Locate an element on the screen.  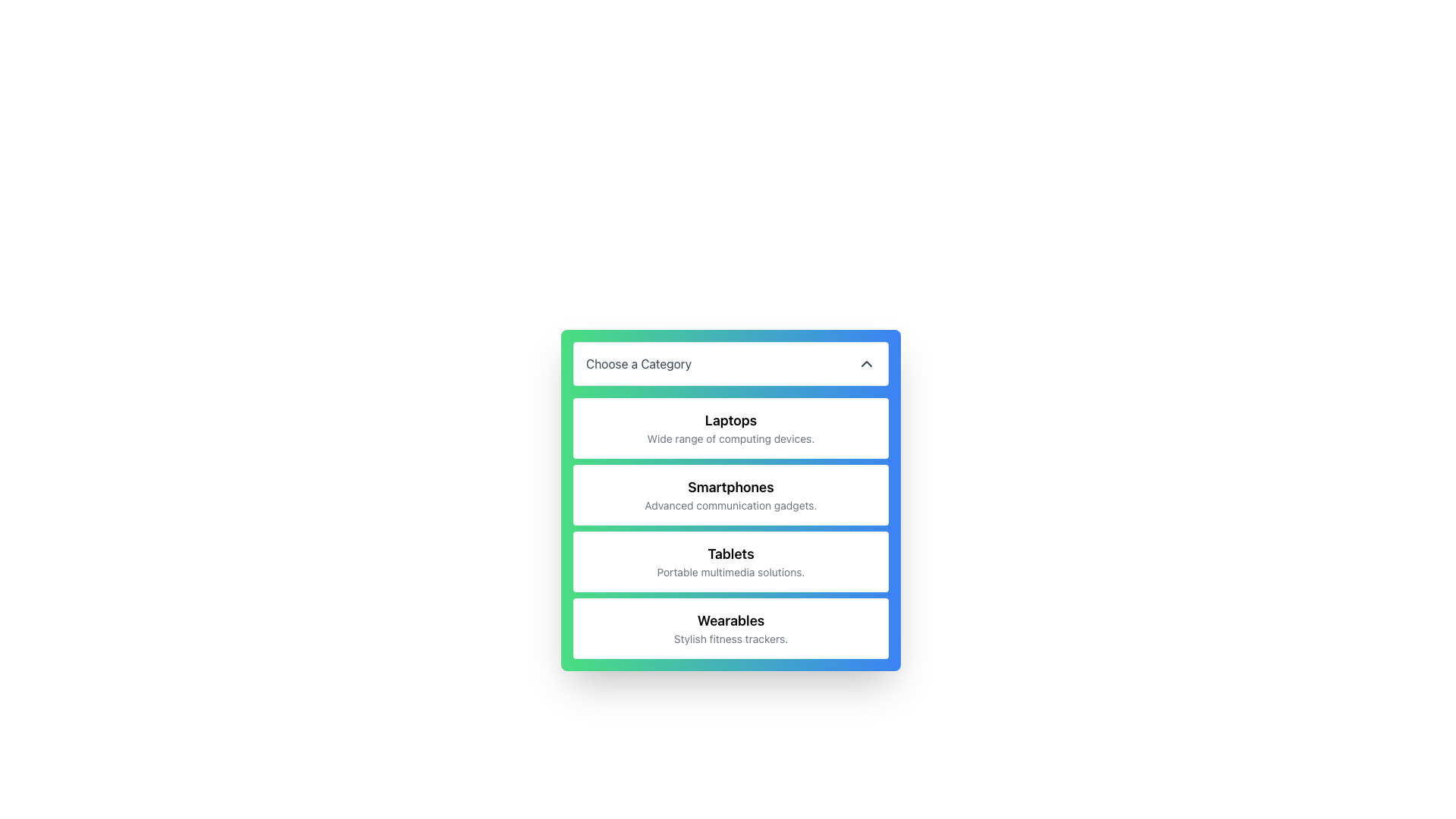
the chevron icon located at the far right side of the 'Choose a Category' button is located at coordinates (866, 363).